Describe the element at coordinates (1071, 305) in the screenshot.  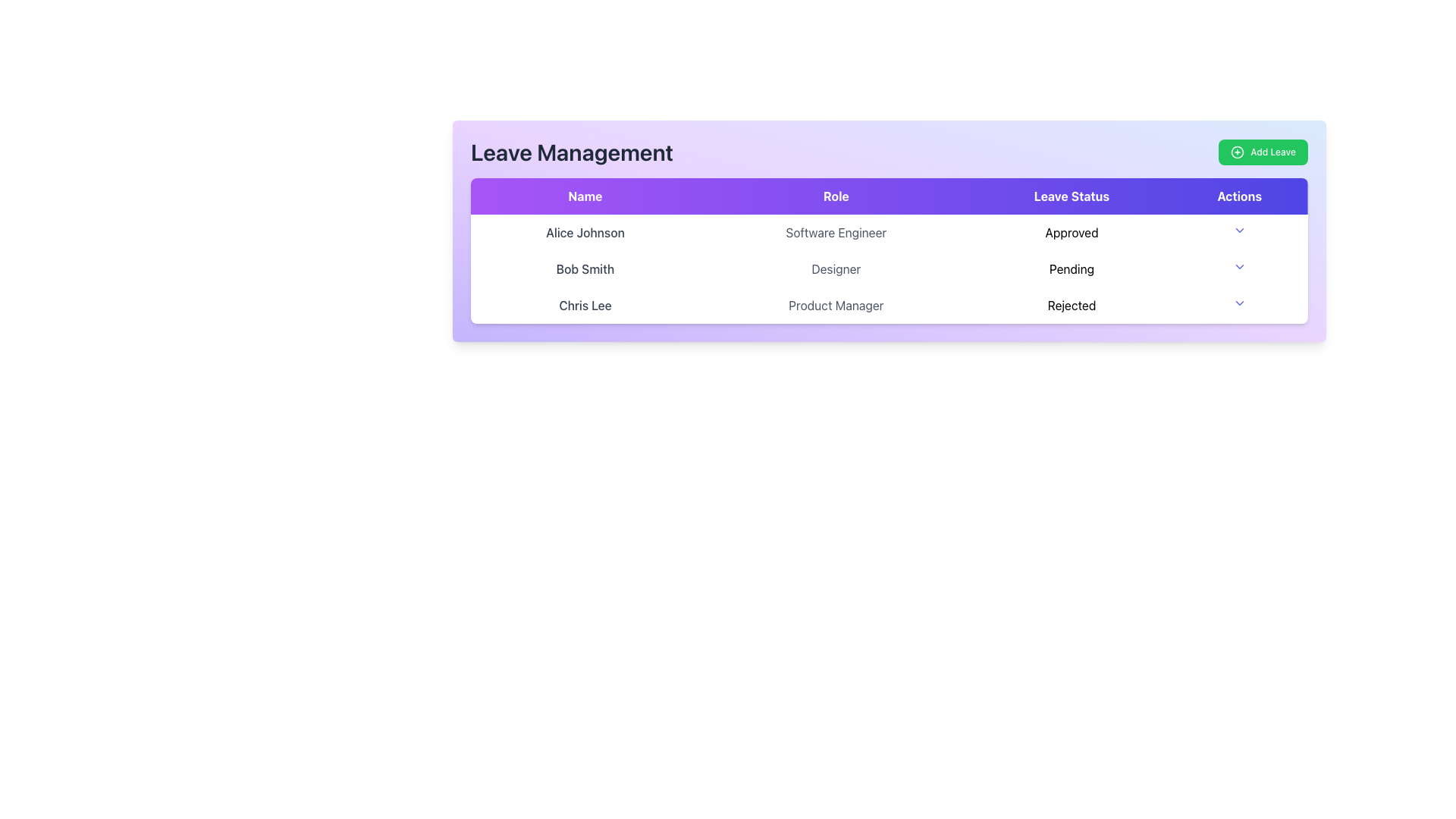
I see `the text 'Rejected' displayed in black font under the 'Leave Status' column for 'Chris Lee', the Product Manager` at that location.